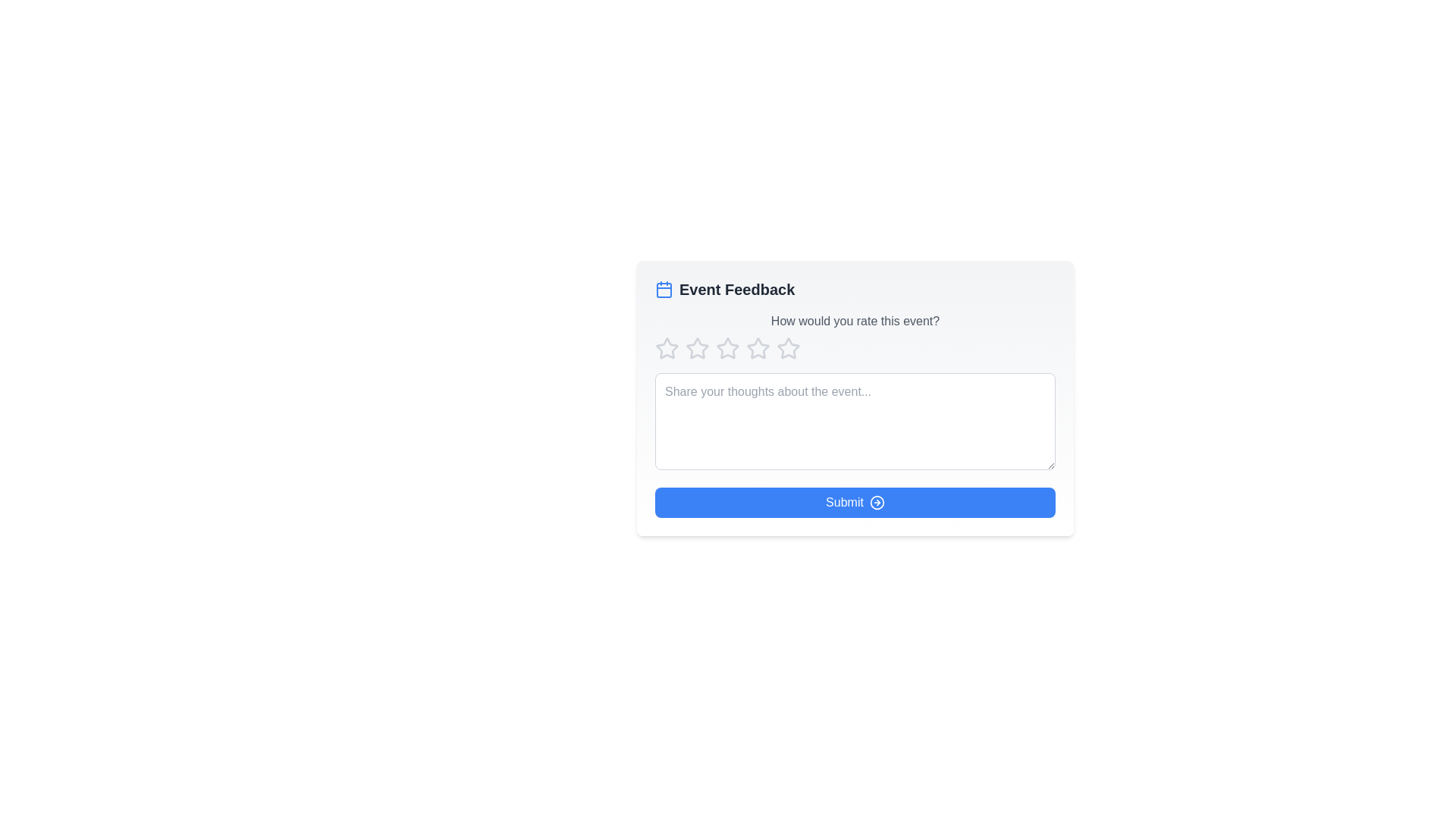  Describe the element at coordinates (789, 348) in the screenshot. I see `the fifth star-shaped icon used for rating, located below the title 'Event Feedback' and the question 'How would you rate this event?'` at that location.